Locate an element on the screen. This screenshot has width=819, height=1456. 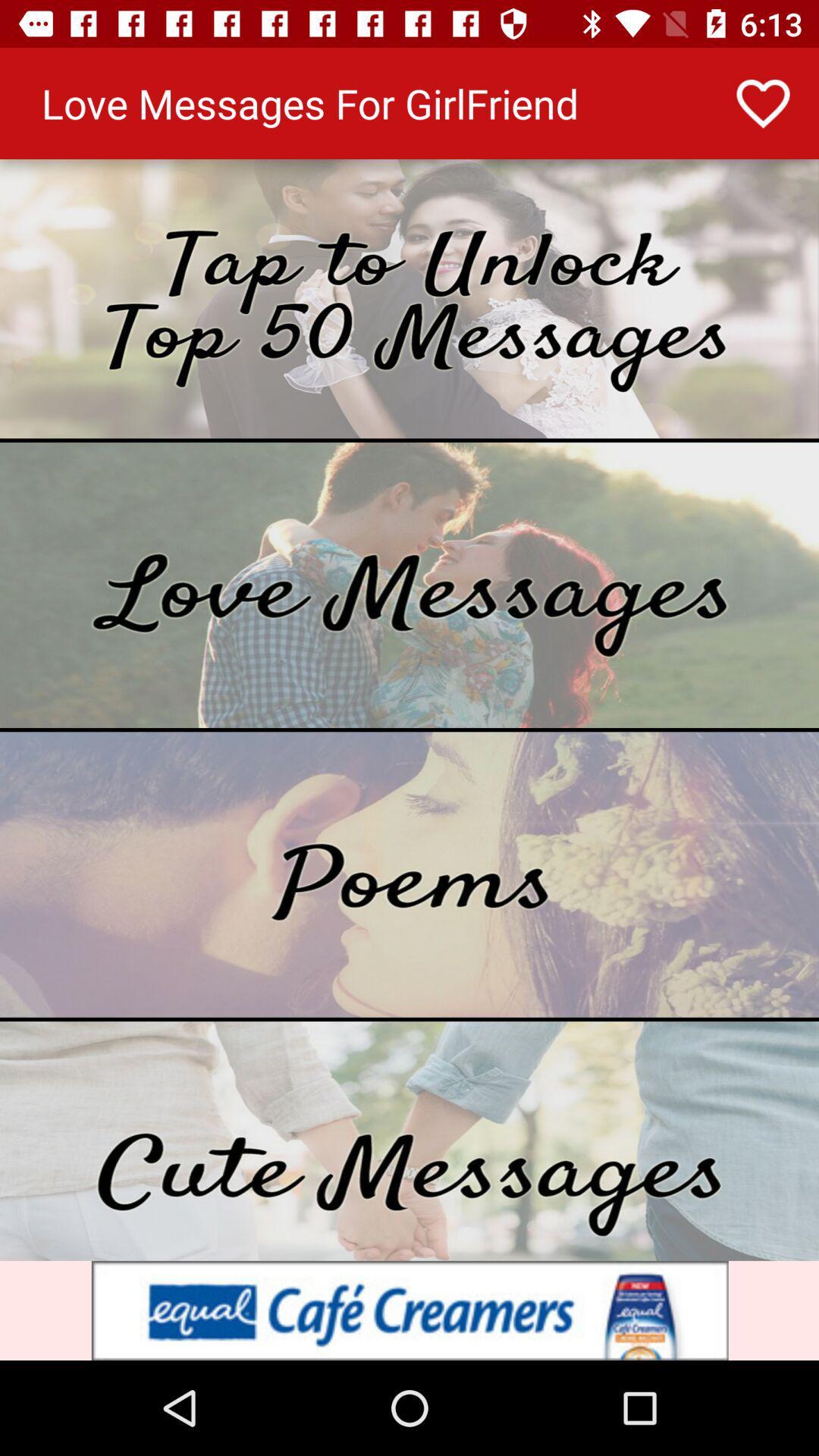
cute messages is located at coordinates (409, 1141).